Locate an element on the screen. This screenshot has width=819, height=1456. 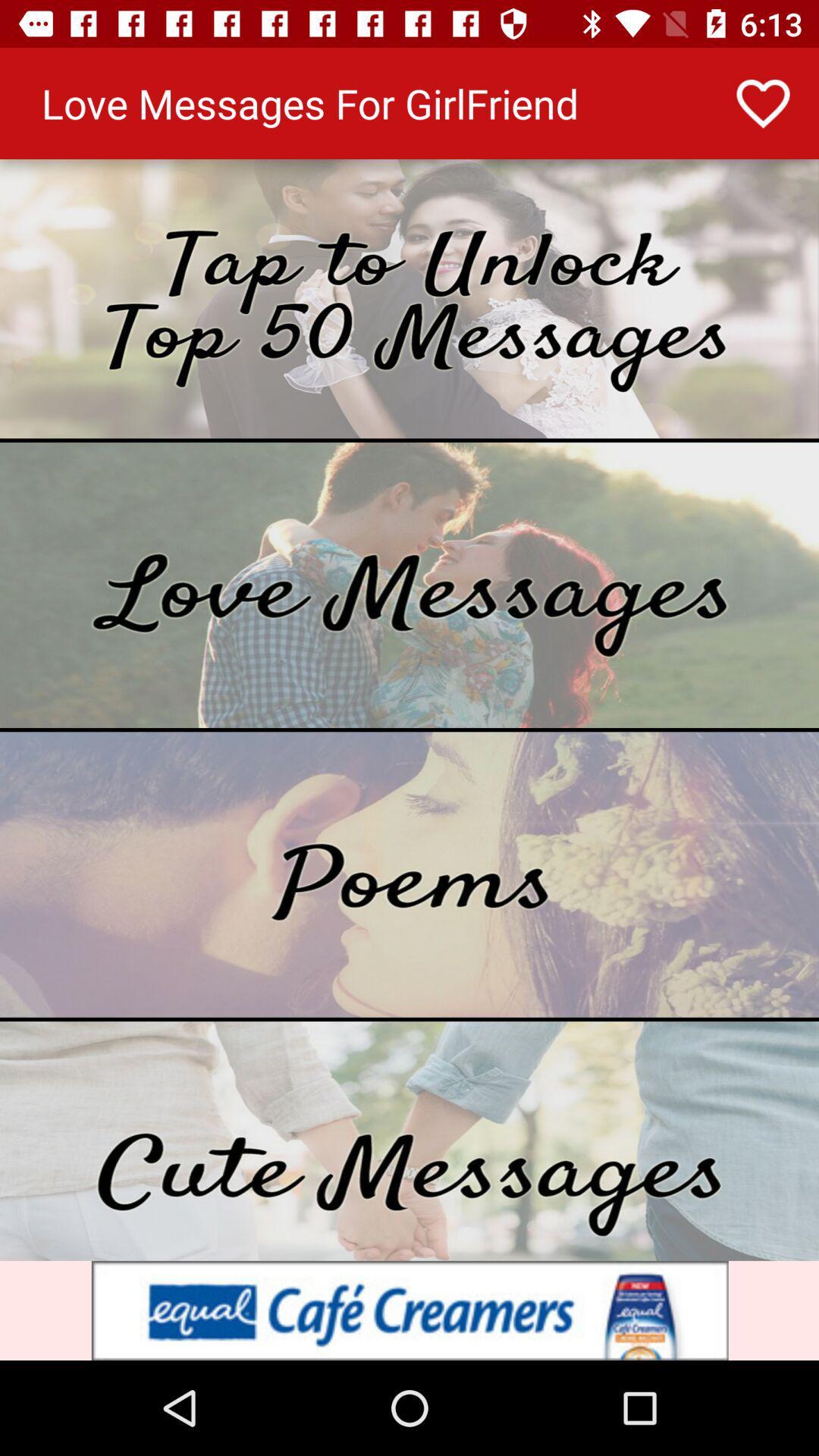
cute messages is located at coordinates (409, 1141).